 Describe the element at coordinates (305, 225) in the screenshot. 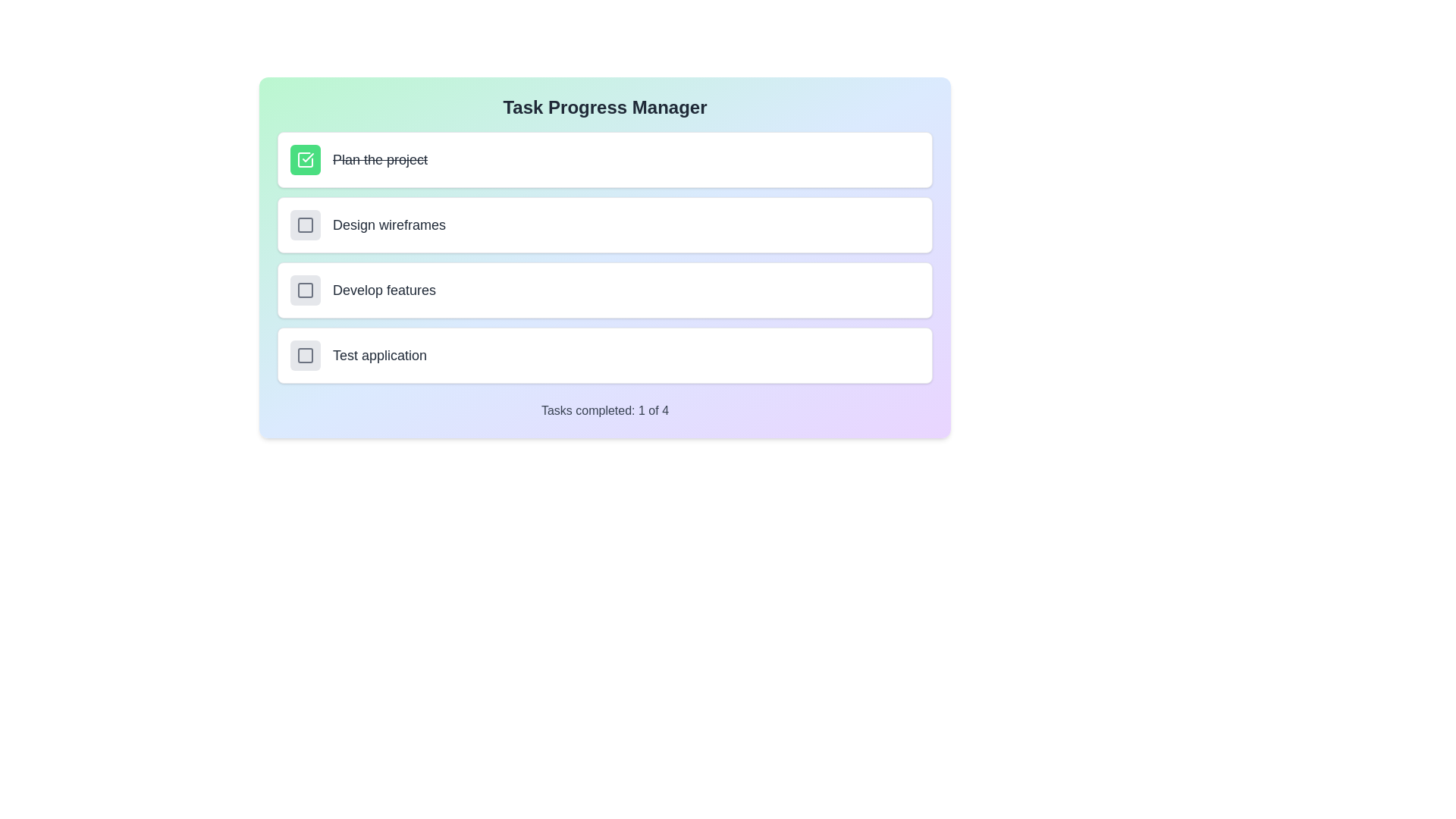

I see `the checkbox-style input element for the task 'Design wireframes' to observe the scaling effect` at that location.